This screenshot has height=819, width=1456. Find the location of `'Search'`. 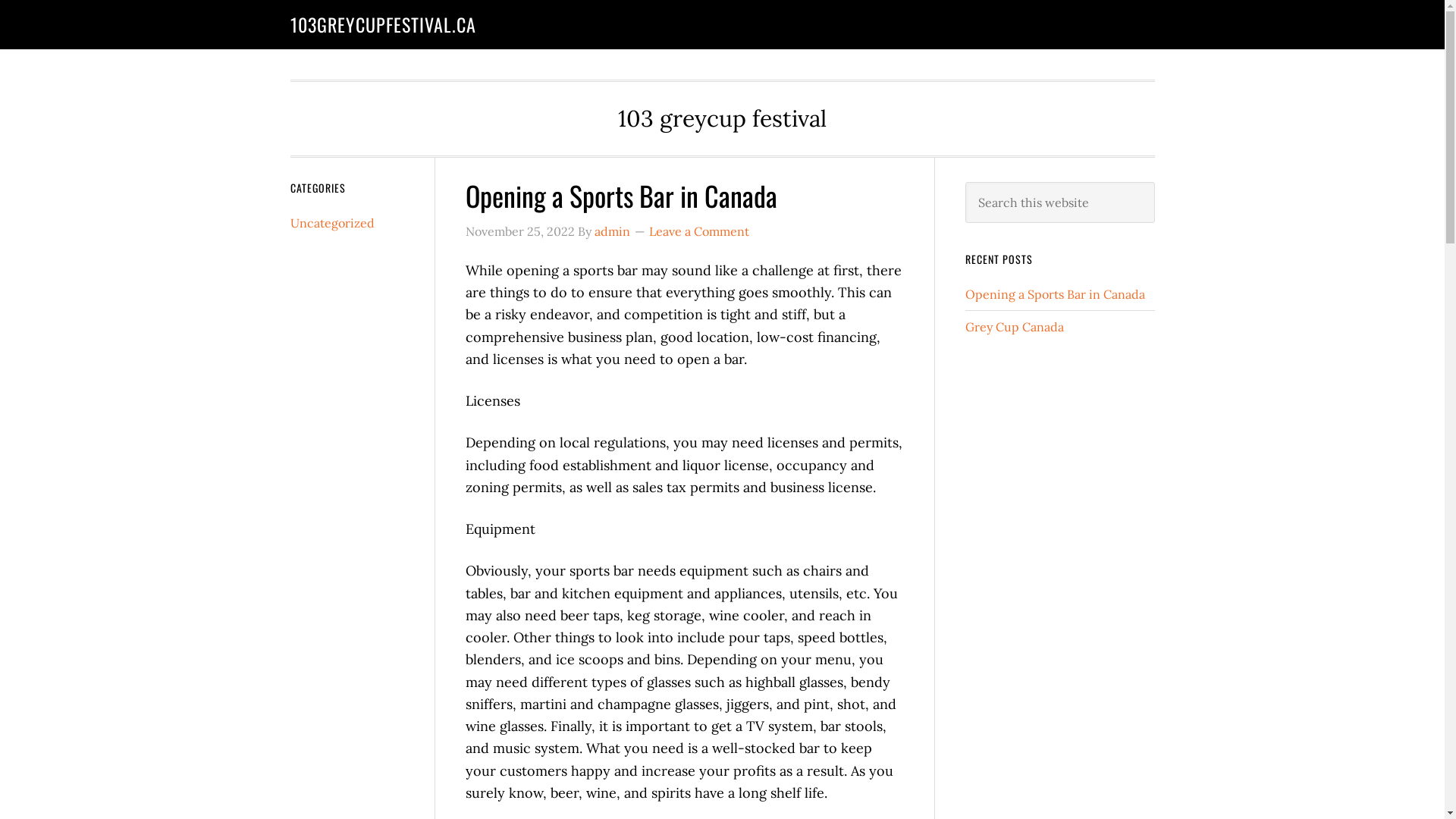

'Search' is located at coordinates (1153, 180).